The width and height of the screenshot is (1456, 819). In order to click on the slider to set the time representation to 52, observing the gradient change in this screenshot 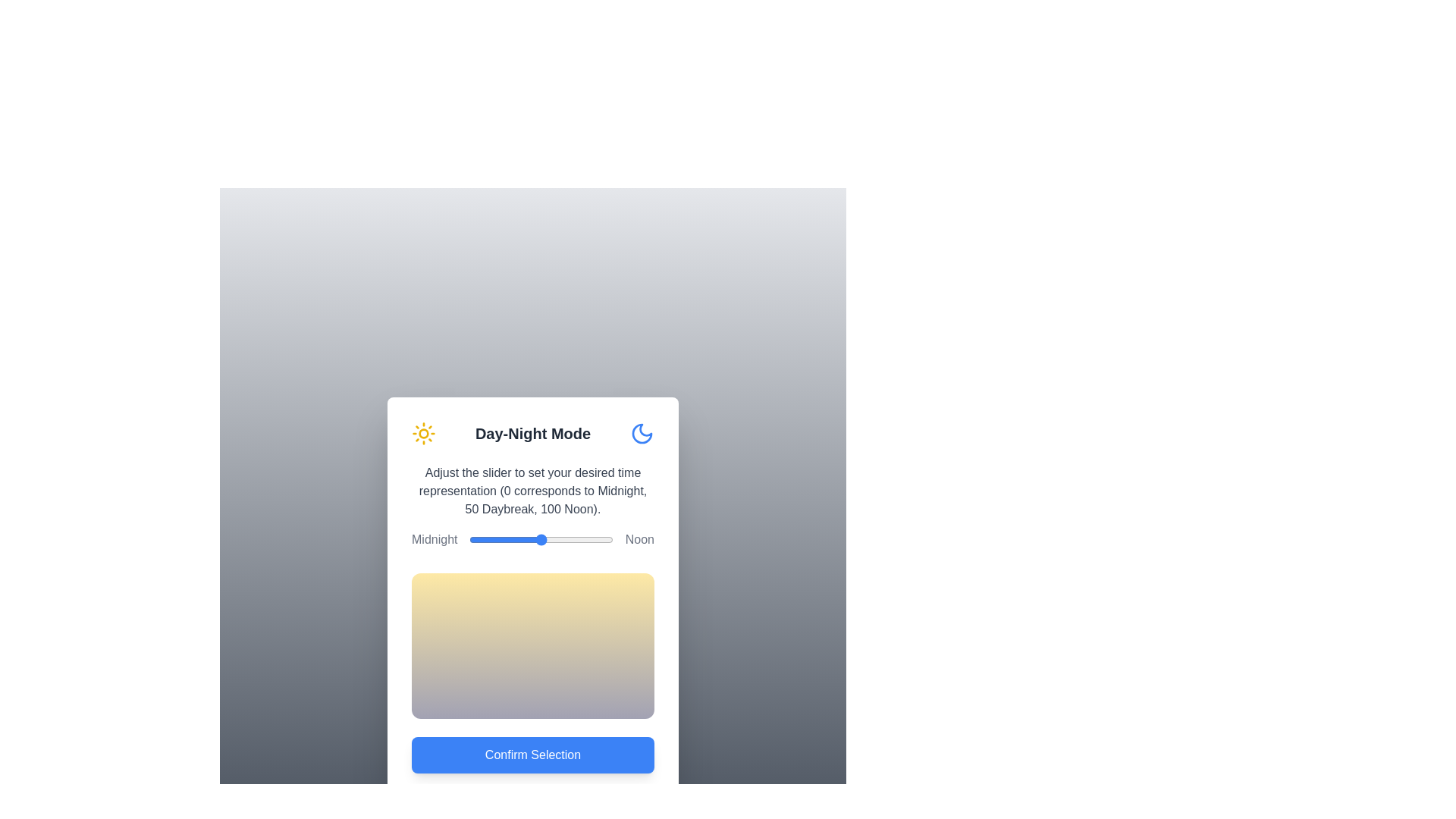, I will do `click(544, 539)`.